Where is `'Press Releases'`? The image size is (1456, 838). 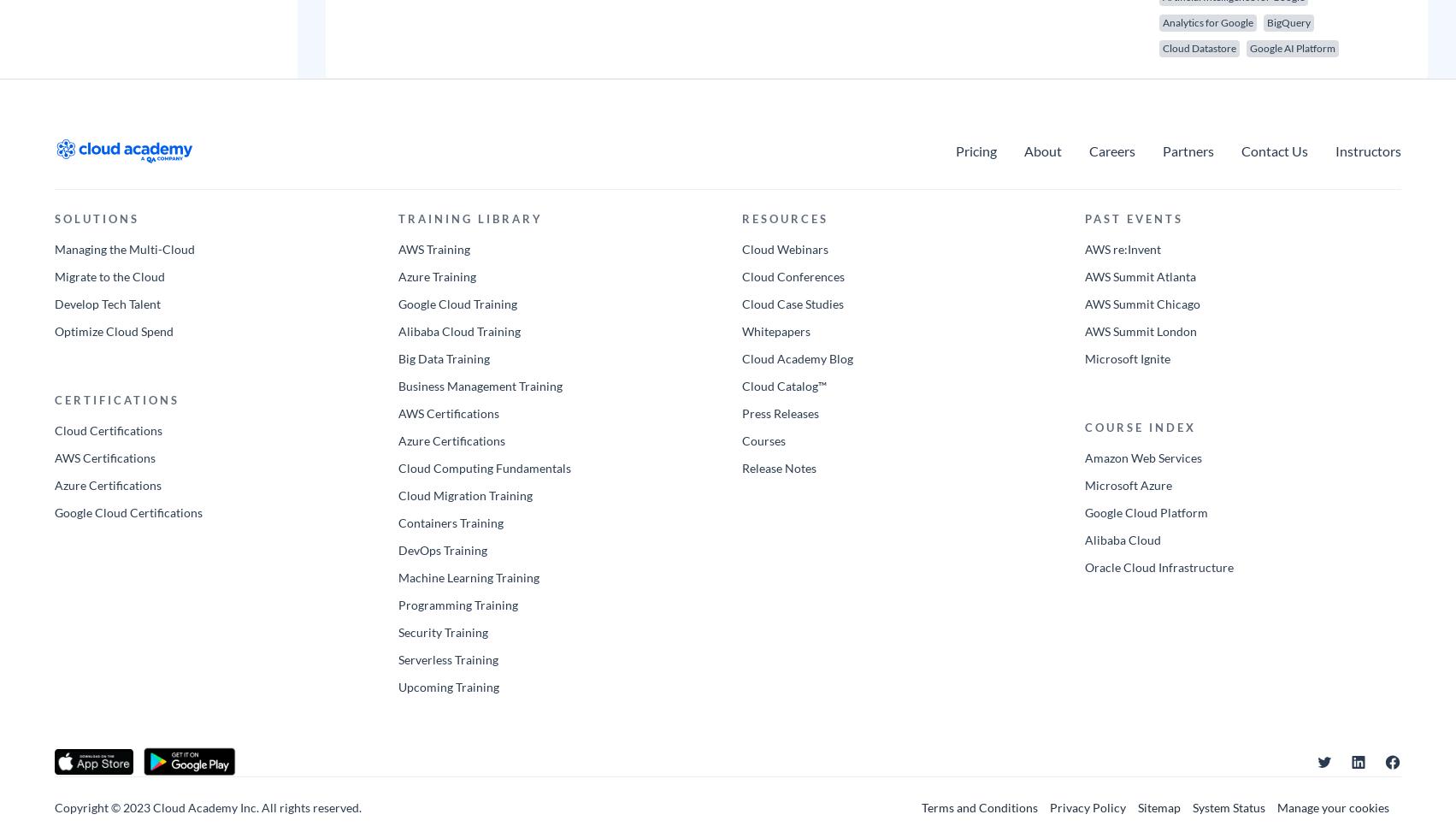 'Press Releases' is located at coordinates (778, 413).